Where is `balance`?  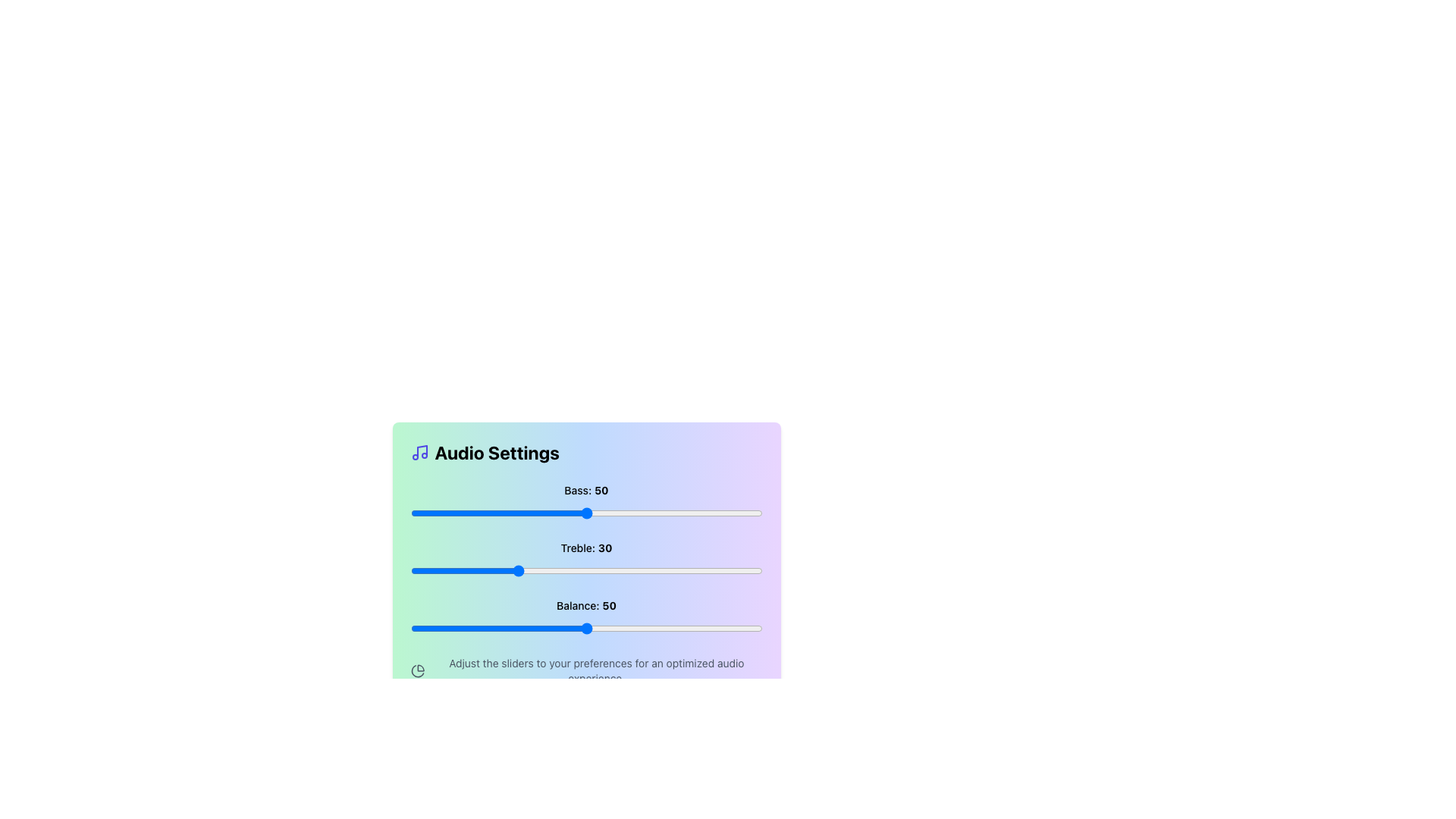 balance is located at coordinates (670, 629).